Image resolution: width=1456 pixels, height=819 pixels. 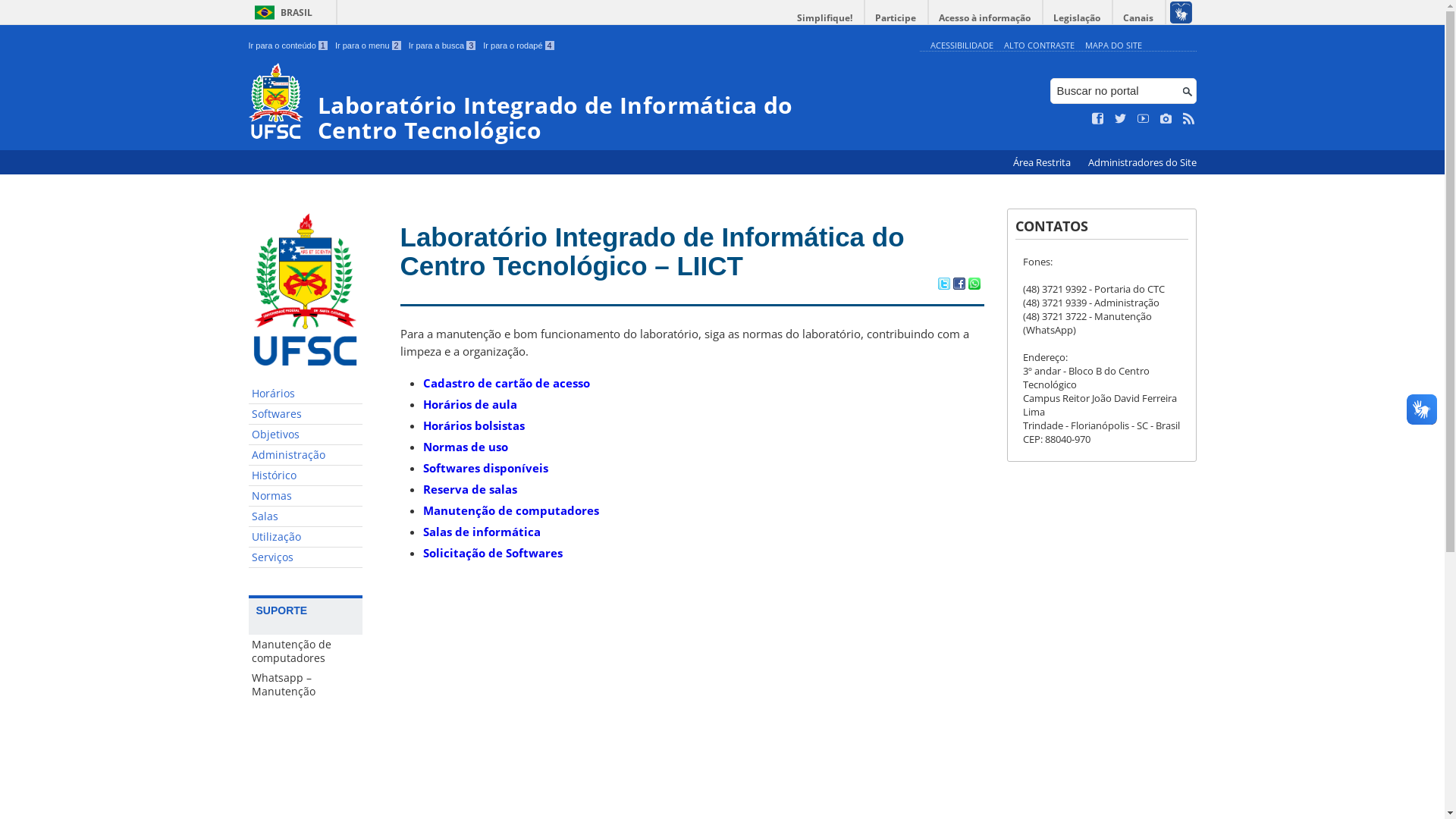 What do you see at coordinates (960, 44) in the screenshot?
I see `'ACESSIBILIDADE'` at bounding box center [960, 44].